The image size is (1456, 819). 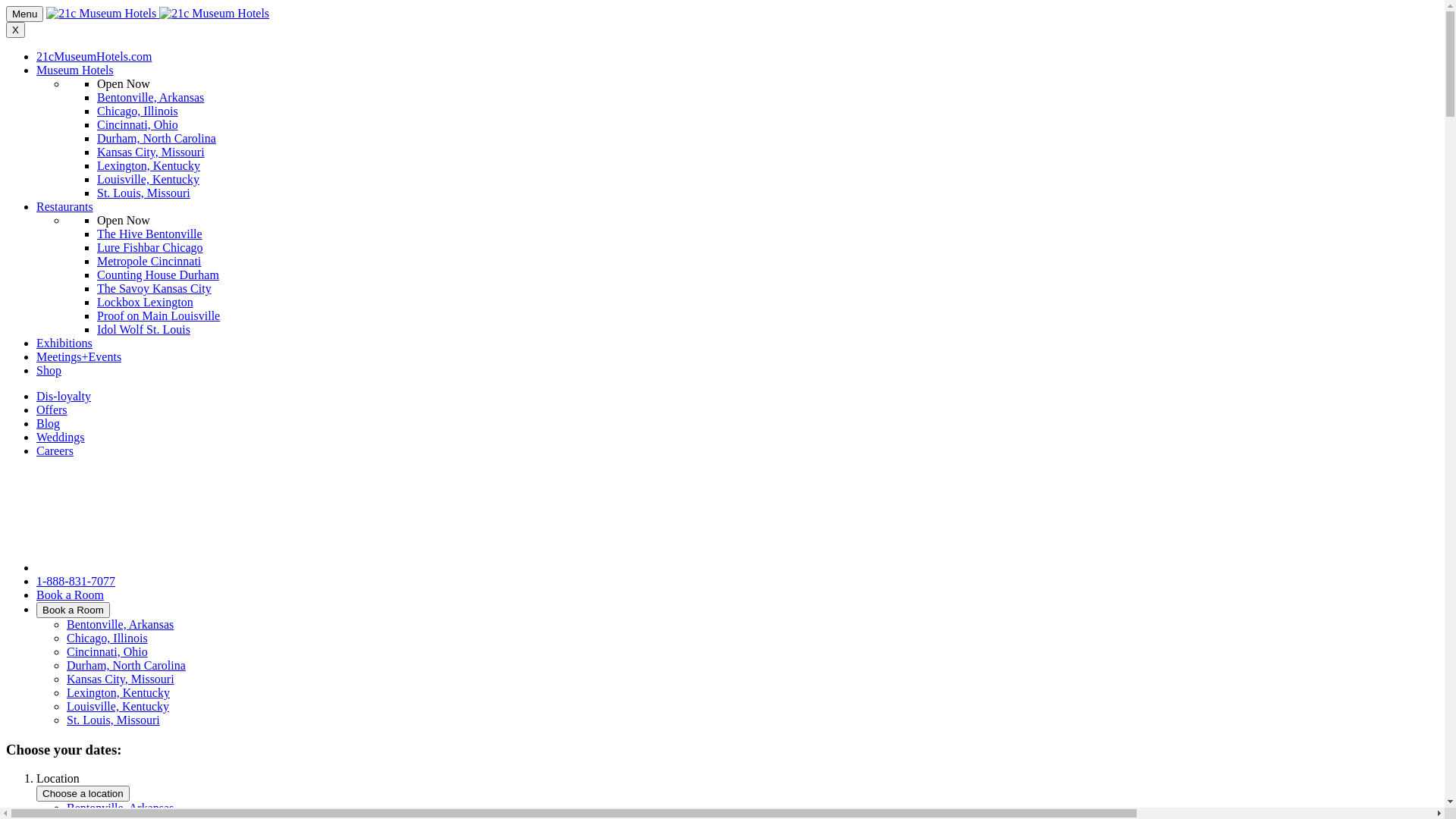 I want to click on 'Chicago, Illinois', so click(x=106, y=638).